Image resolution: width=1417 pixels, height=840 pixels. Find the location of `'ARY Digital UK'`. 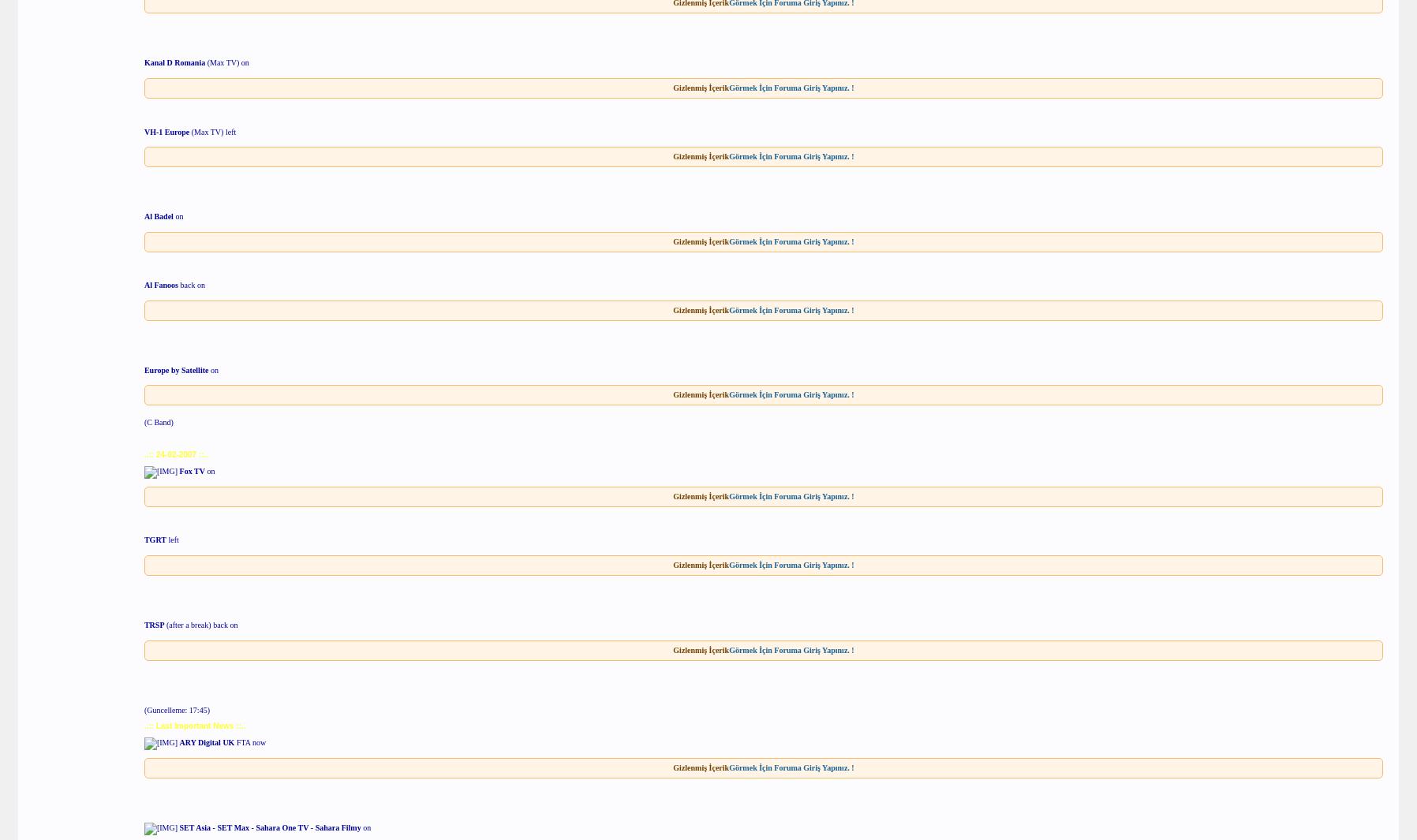

'ARY Digital UK' is located at coordinates (207, 741).